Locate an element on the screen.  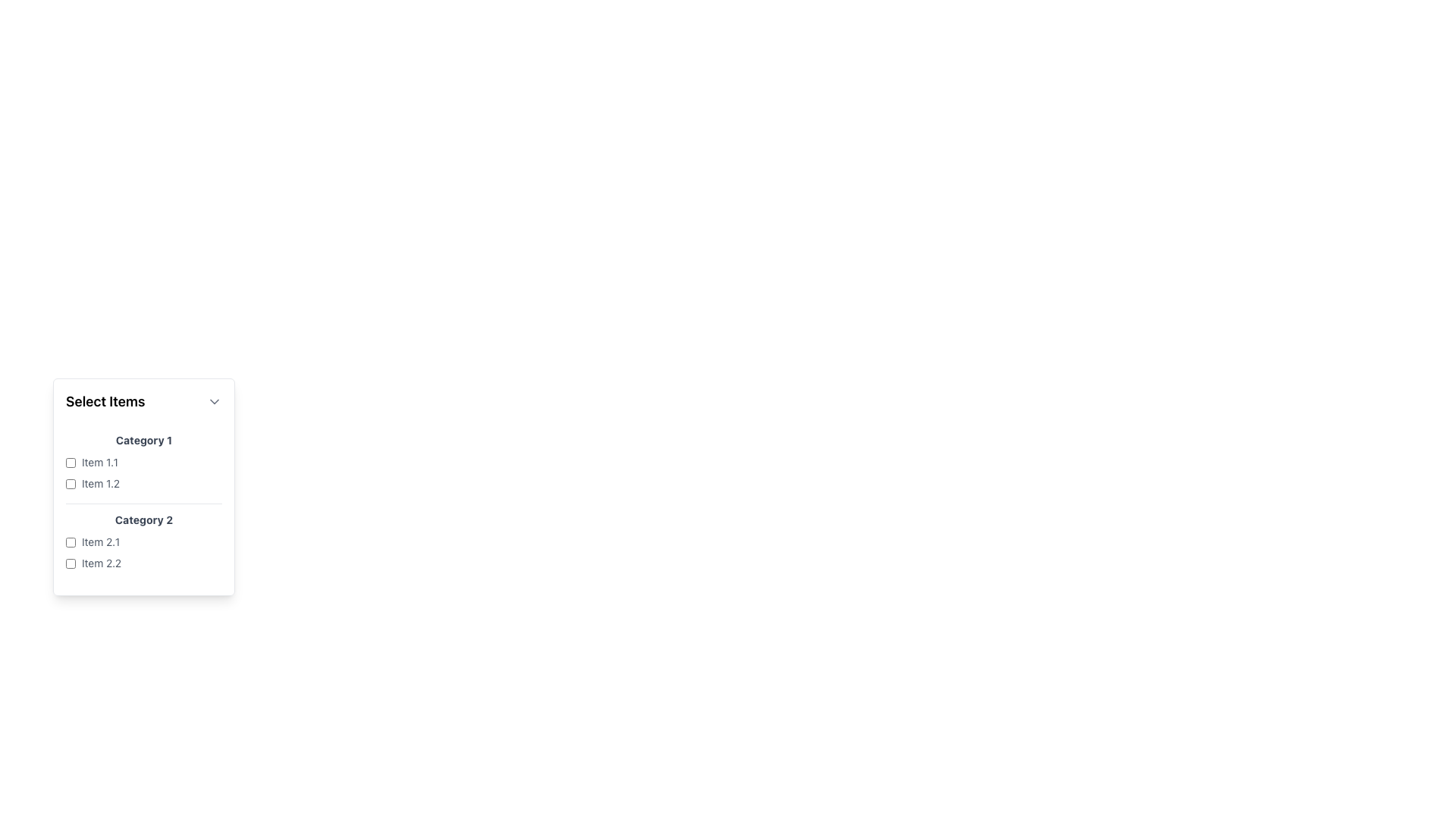
the labeled checkbox for 'Item 2.1' is located at coordinates (144, 541).